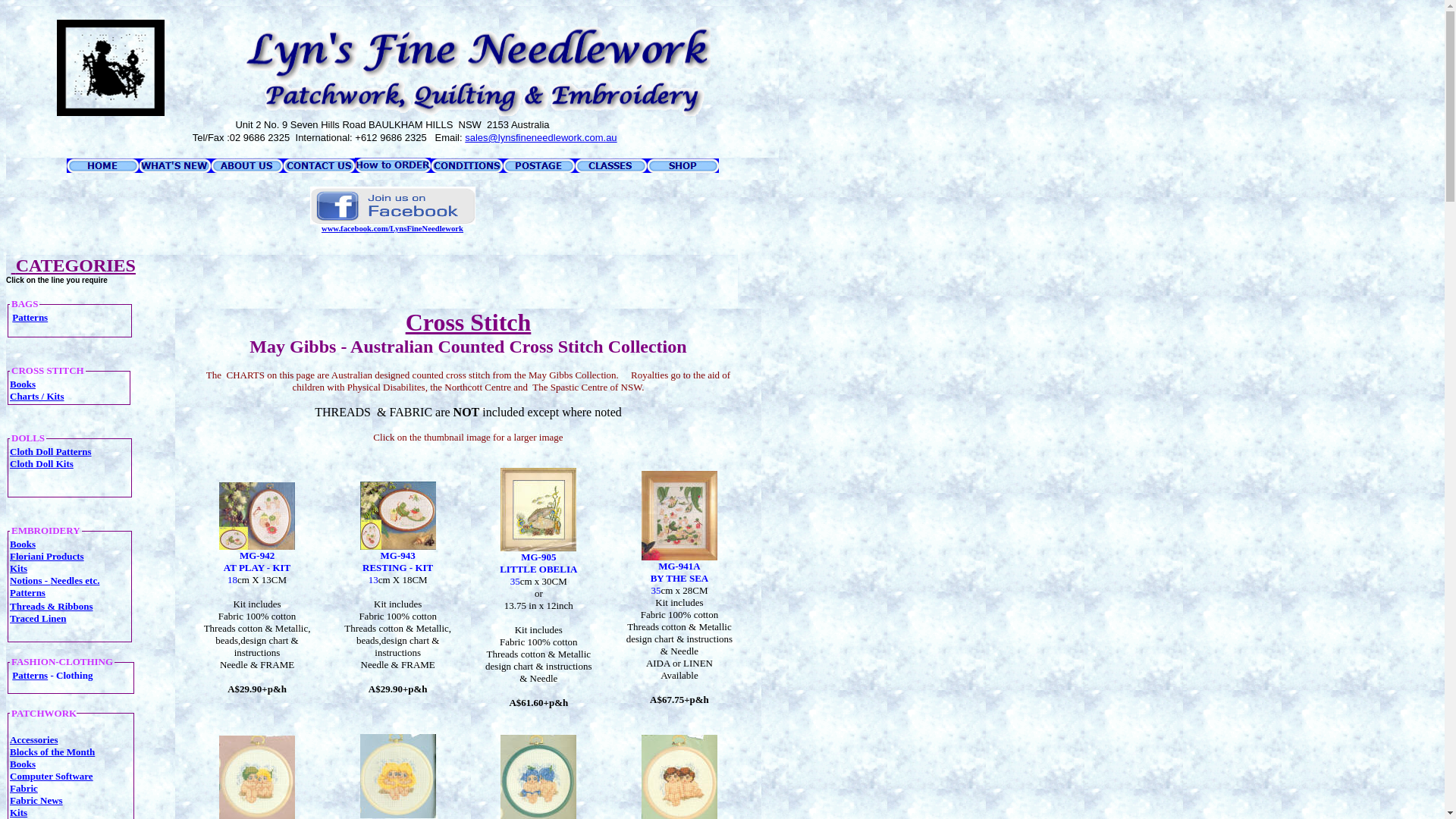 The height and width of the screenshot is (819, 1456). I want to click on 'Accessories', so click(10, 739).